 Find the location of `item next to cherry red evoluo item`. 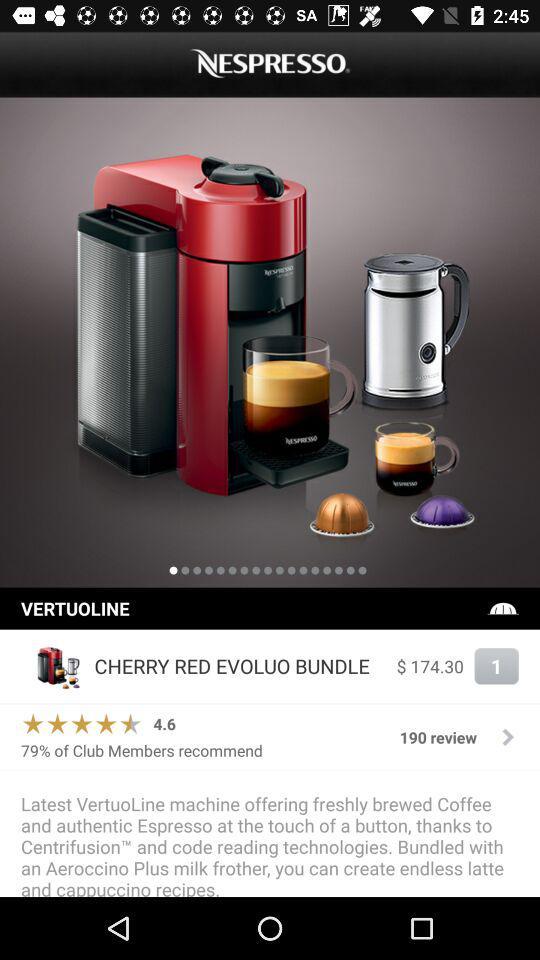

item next to cherry red evoluo item is located at coordinates (429, 666).